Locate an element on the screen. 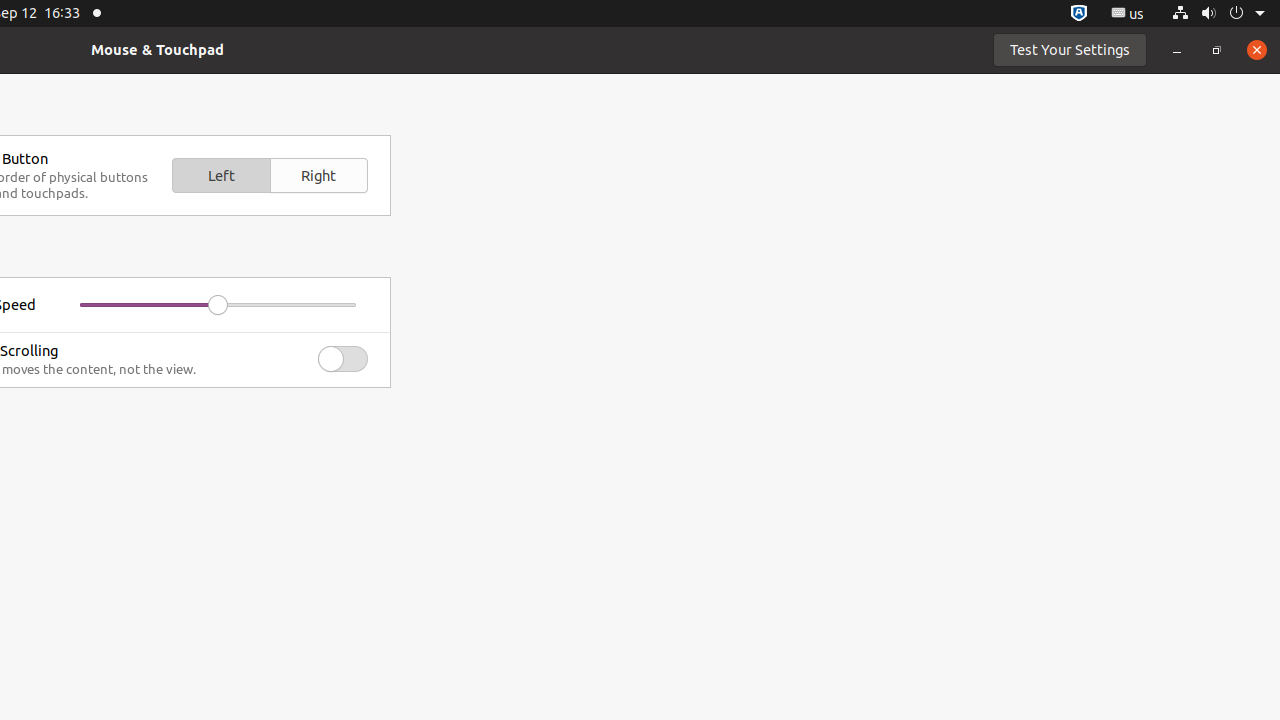 This screenshot has width=1280, height=720. 'Mouse & Touchpad' is located at coordinates (156, 48).